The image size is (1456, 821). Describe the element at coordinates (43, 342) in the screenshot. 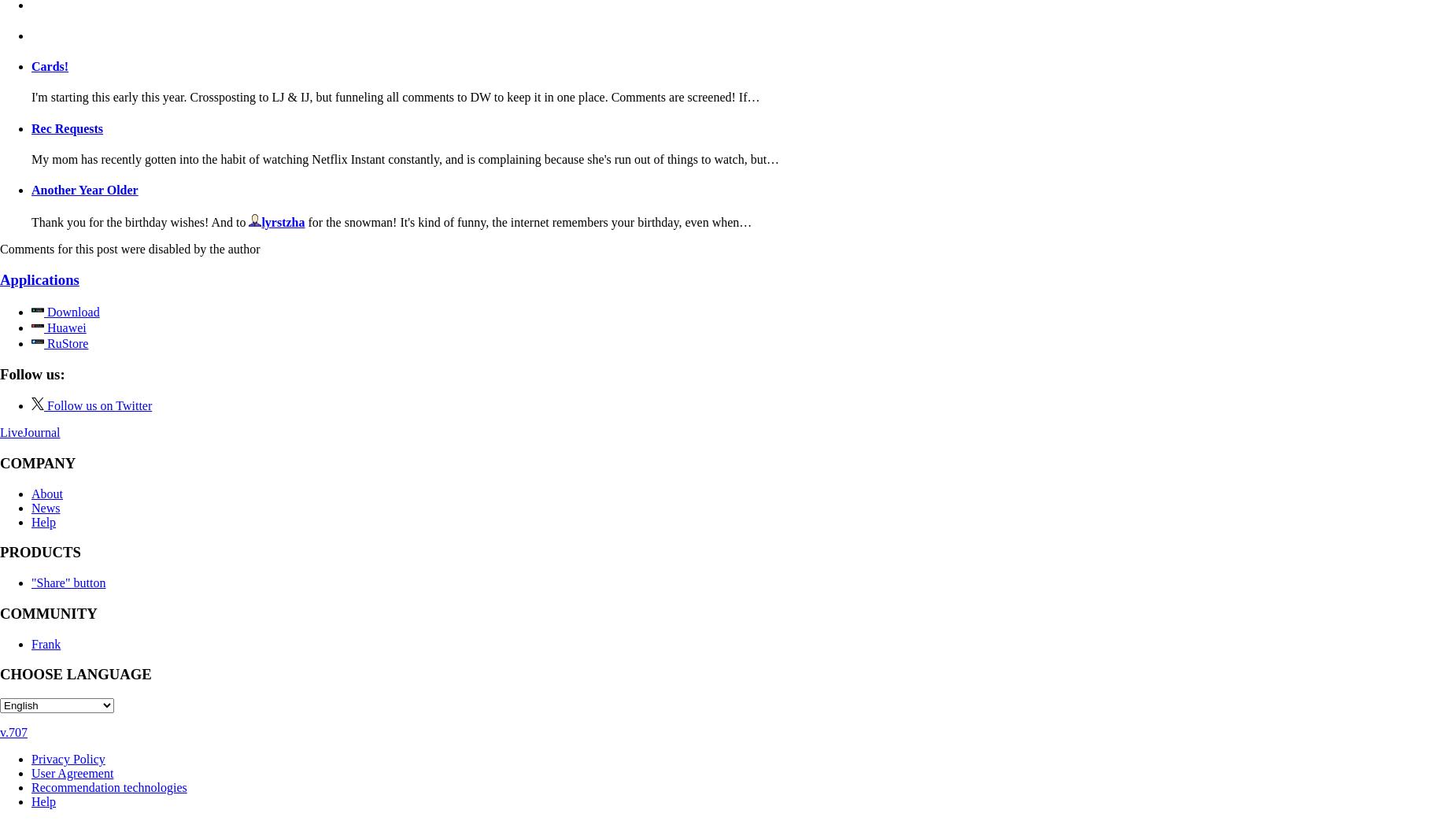

I see `'RuStore'` at that location.